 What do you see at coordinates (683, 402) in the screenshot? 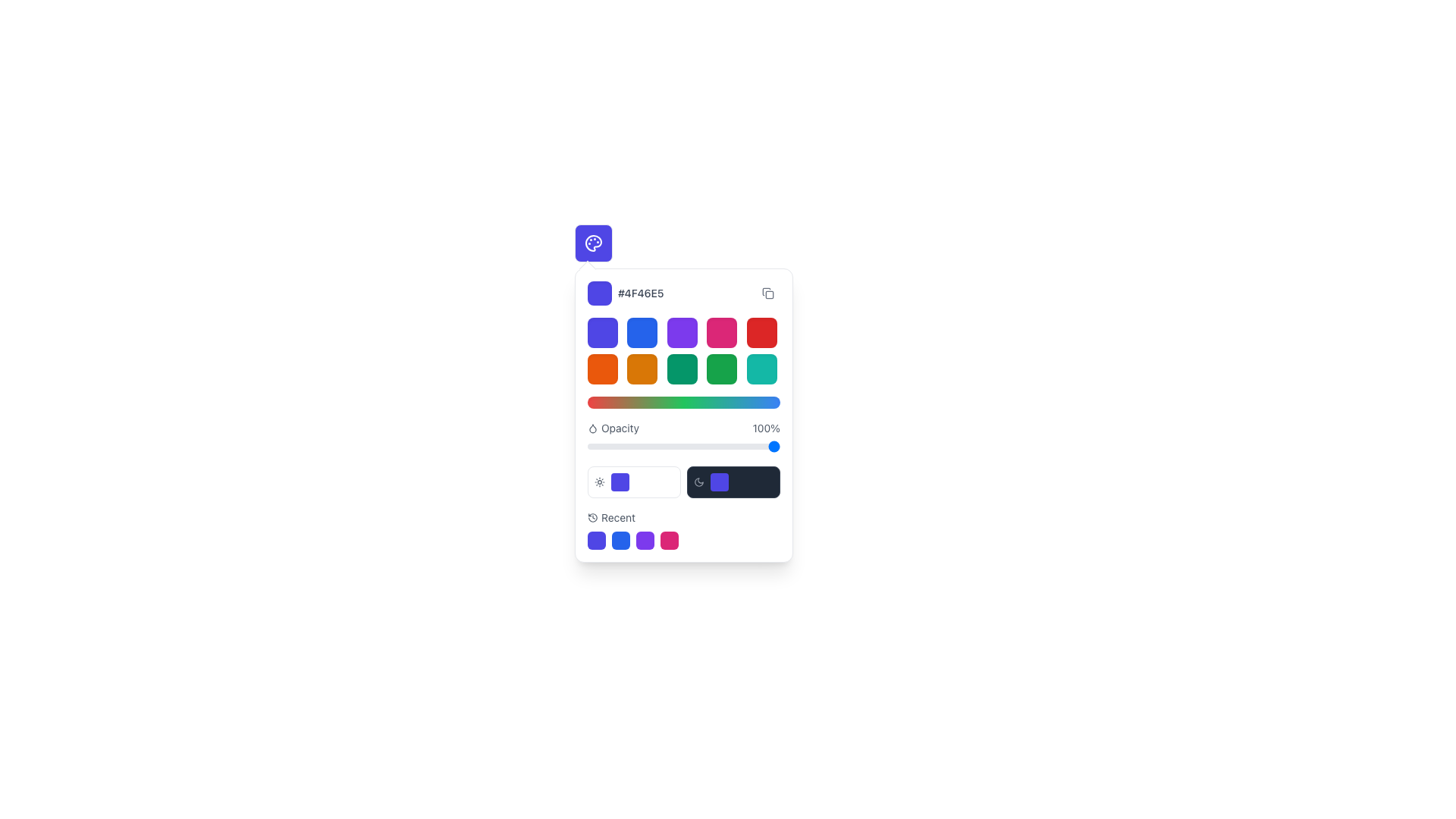
I see `the Gradient bar, which is a horizontal, rectangular bar with rounded edges, styled with a gradient from red to green to blue, located centrally beneath a grid of colorful squares` at bounding box center [683, 402].